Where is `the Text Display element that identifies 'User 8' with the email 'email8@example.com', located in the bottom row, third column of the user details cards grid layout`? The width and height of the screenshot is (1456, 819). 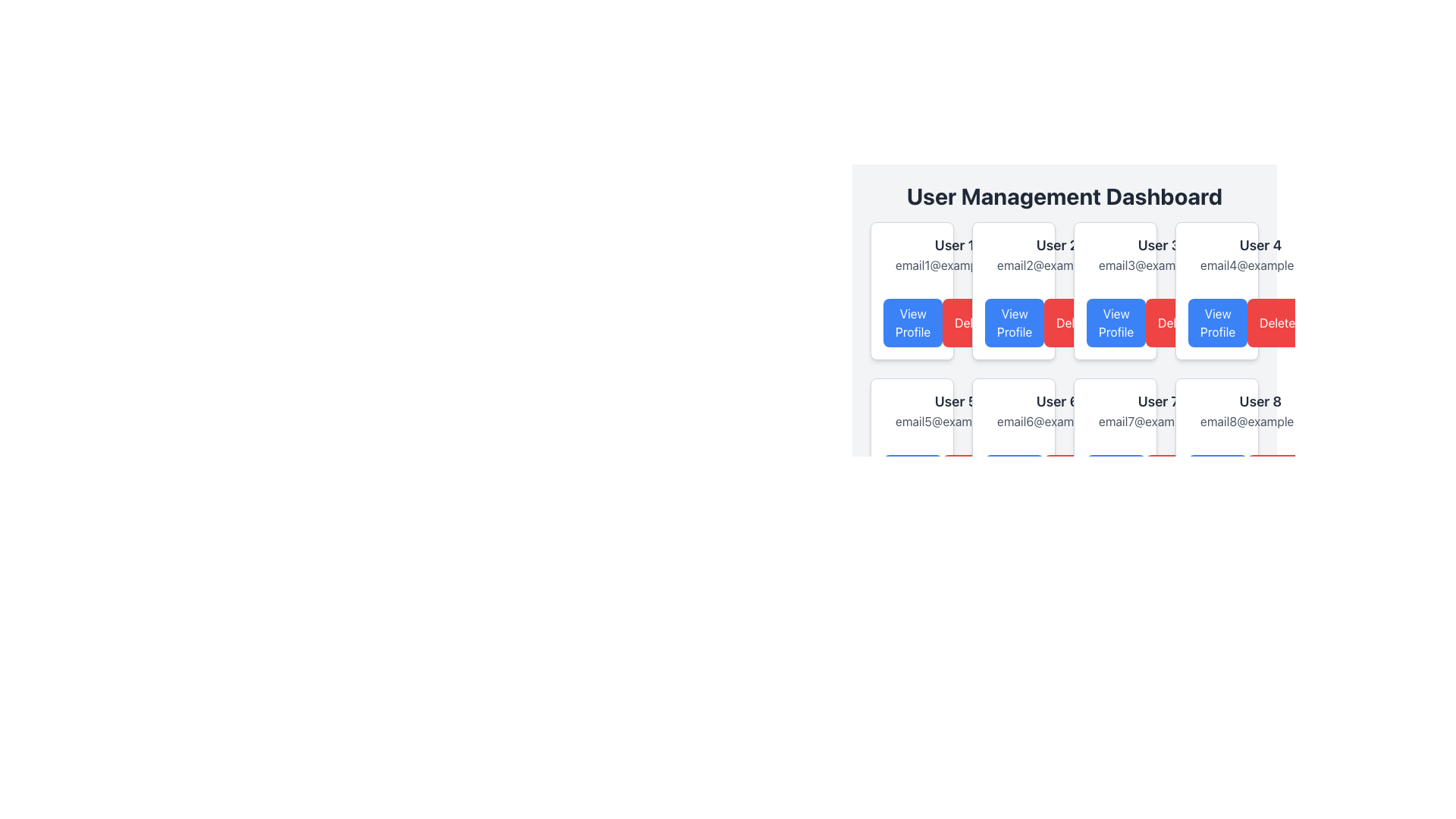
the Text Display element that identifies 'User 8' with the email 'email8@example.com', located in the bottom row, third column of the user details cards grid layout is located at coordinates (1260, 411).